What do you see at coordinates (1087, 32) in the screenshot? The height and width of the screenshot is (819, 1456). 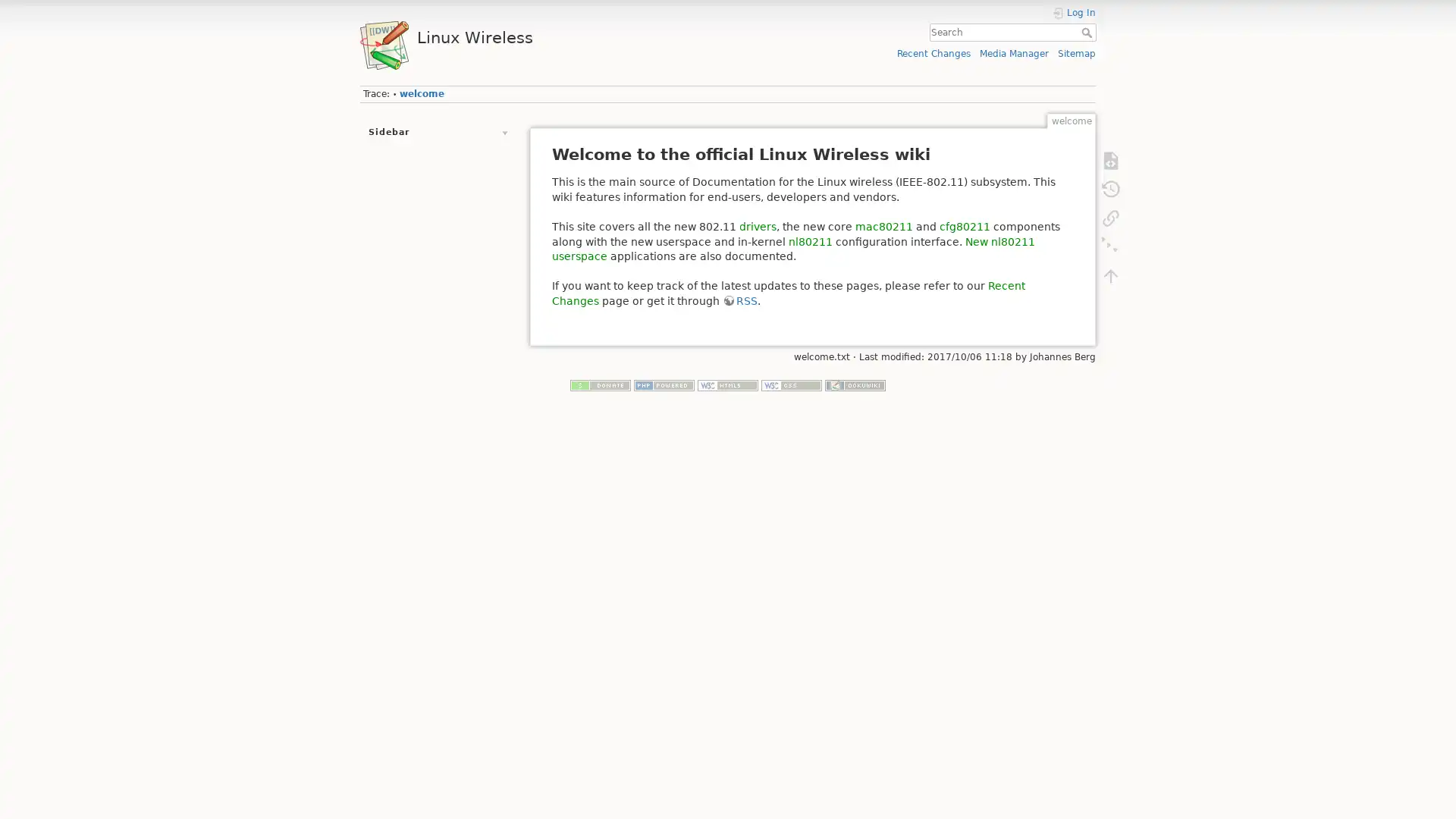 I see `Search` at bounding box center [1087, 32].